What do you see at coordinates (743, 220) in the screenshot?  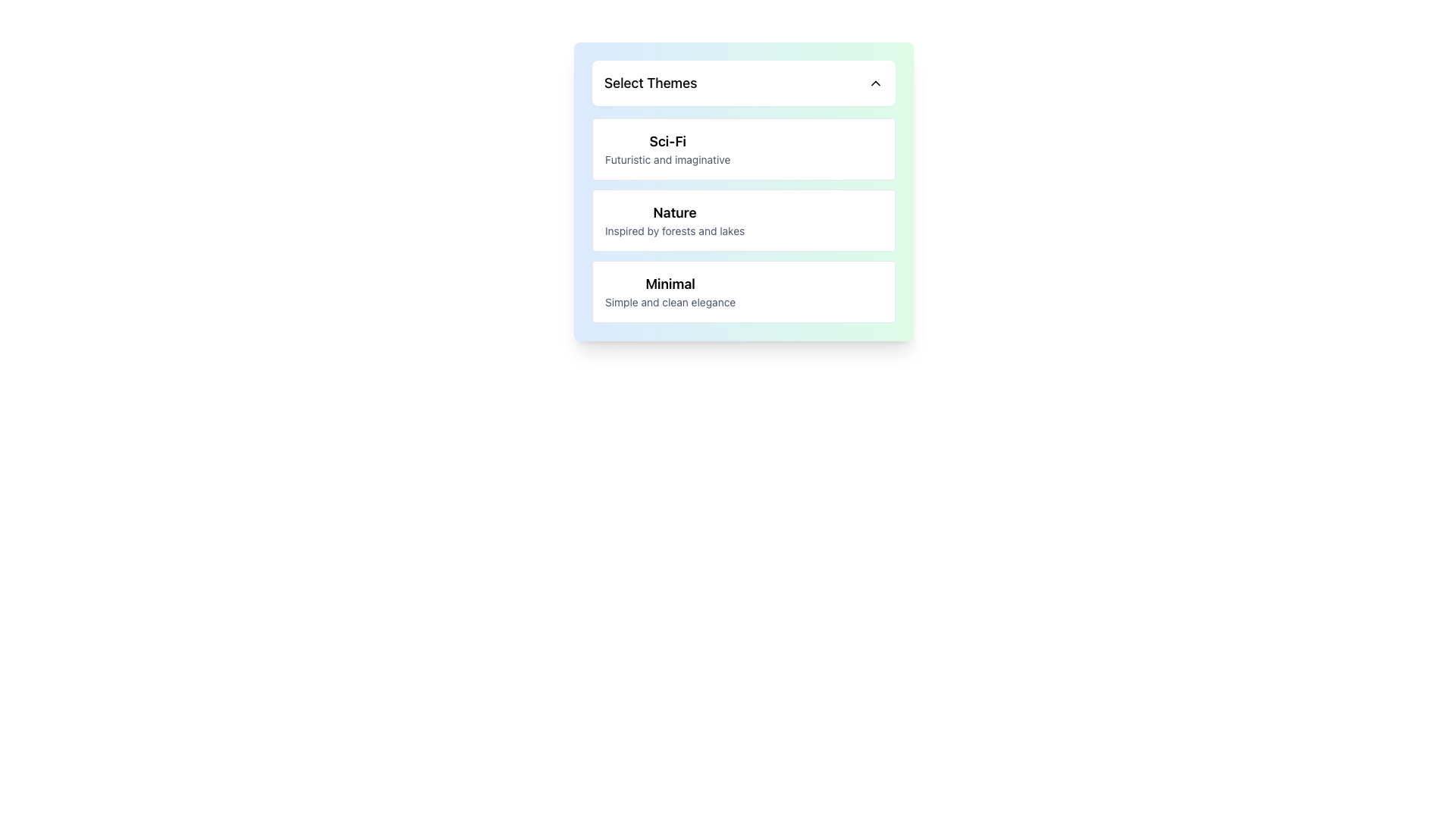 I see `the 'Nature' selectable item, which is a rectangular box with a white background, rounded corners, and a gray border, positioned between the 'Sci-Fi' and 'Minimal' boxes` at bounding box center [743, 220].